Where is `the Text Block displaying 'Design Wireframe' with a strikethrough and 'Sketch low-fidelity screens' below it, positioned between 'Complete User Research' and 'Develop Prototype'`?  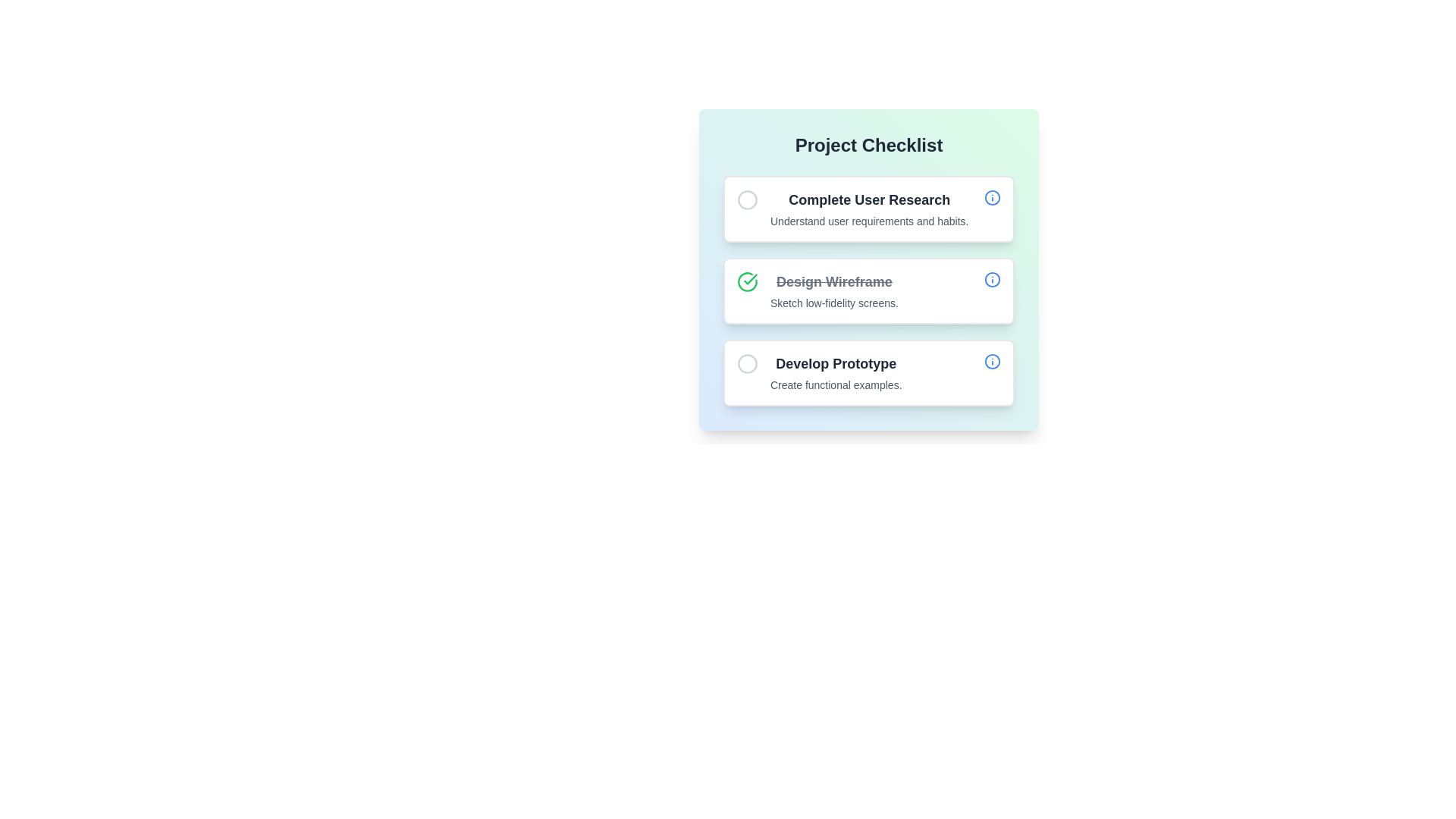
the Text Block displaying 'Design Wireframe' with a strikethrough and 'Sketch low-fidelity screens' below it, positioned between 'Complete User Research' and 'Develop Prototype' is located at coordinates (833, 291).